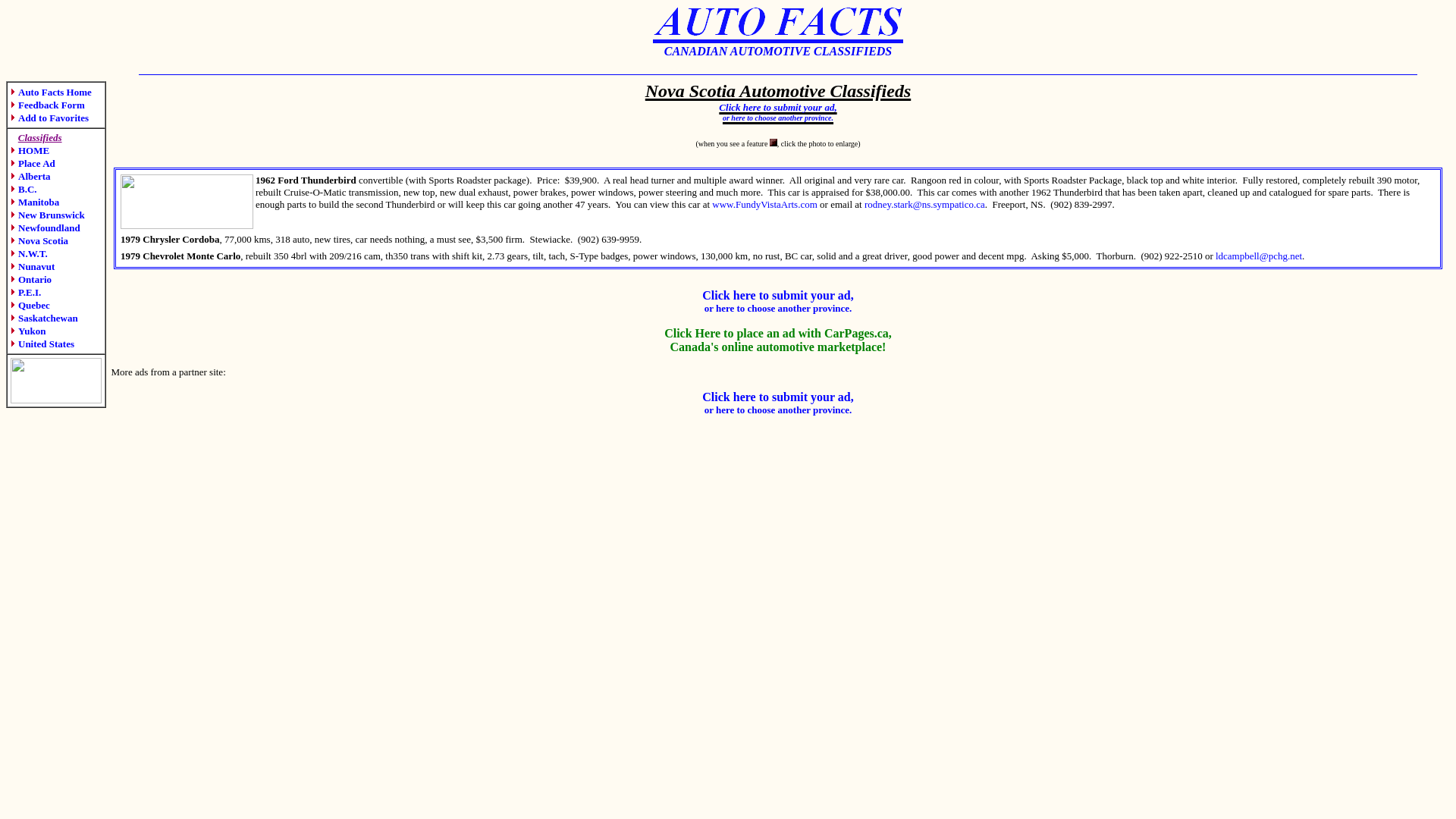 The height and width of the screenshot is (819, 1456). What do you see at coordinates (33, 265) in the screenshot?
I see `'Nunavut'` at bounding box center [33, 265].